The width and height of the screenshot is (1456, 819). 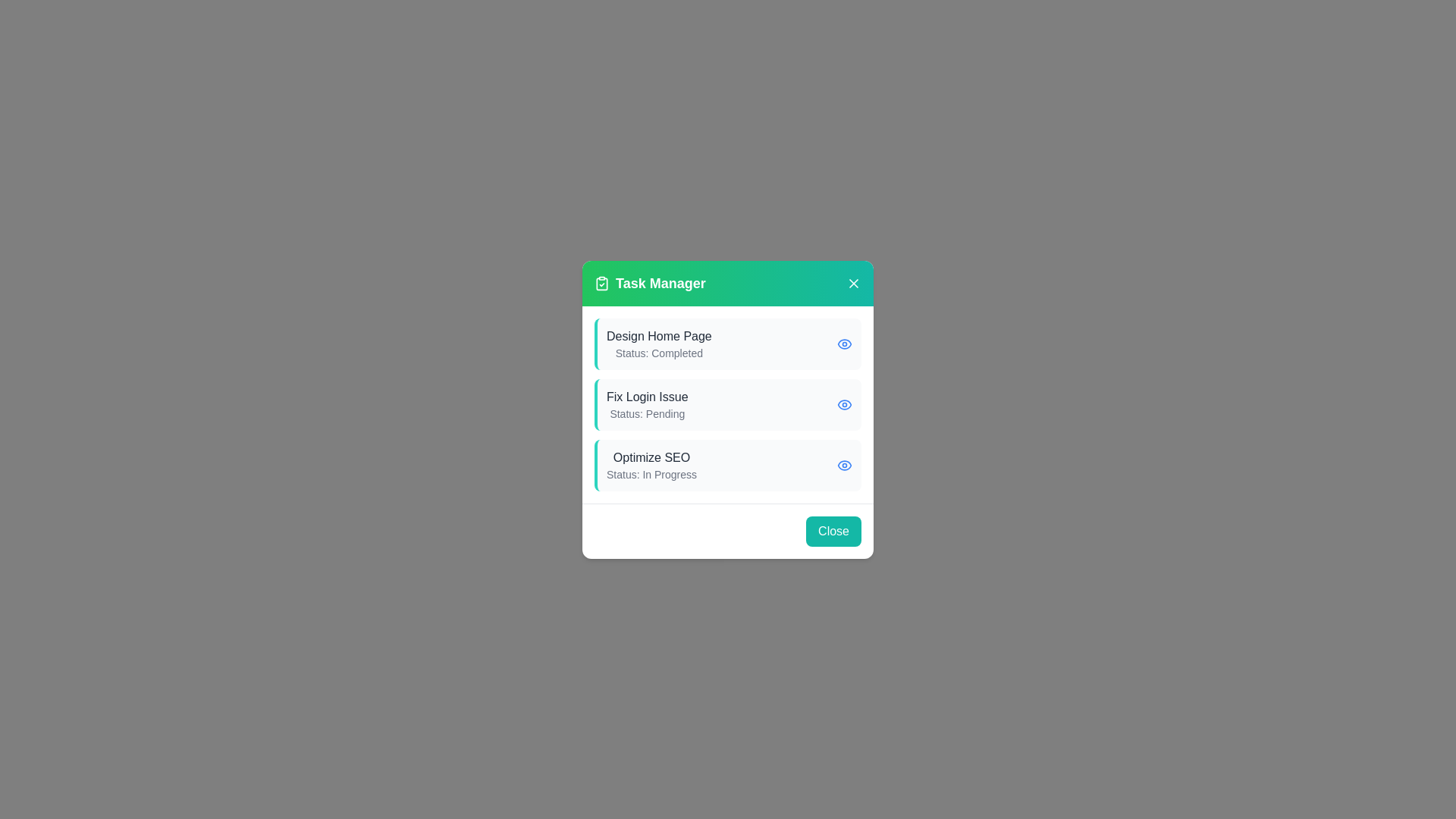 I want to click on the text label reading 'Optimize SEO' located within the third task entry of the 'Task Manager' modal, positioned above the subtext 'Status: In Progress', so click(x=651, y=457).